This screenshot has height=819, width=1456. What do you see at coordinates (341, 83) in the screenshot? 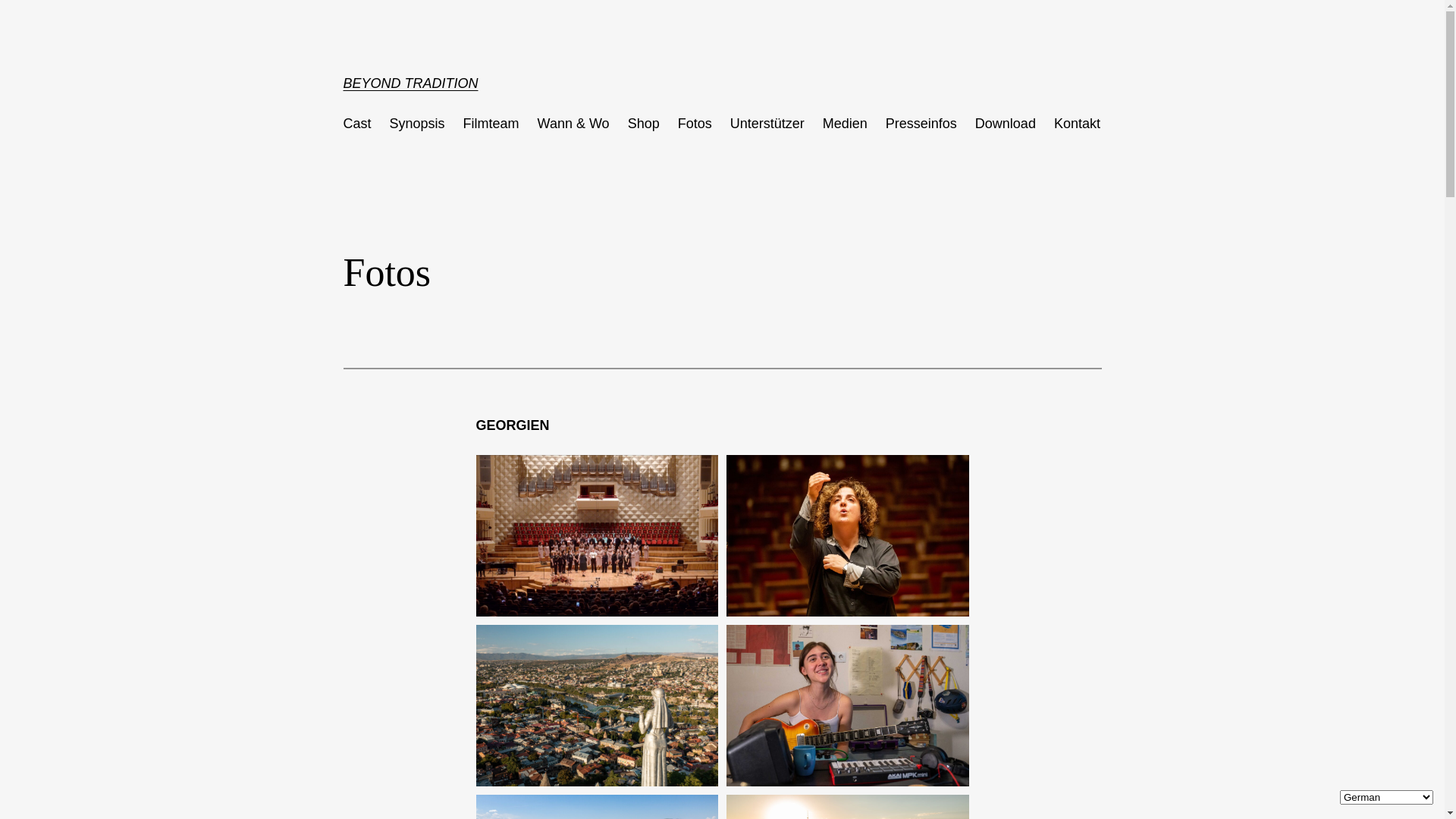
I see `'BEYOND TRADITION'` at bounding box center [341, 83].